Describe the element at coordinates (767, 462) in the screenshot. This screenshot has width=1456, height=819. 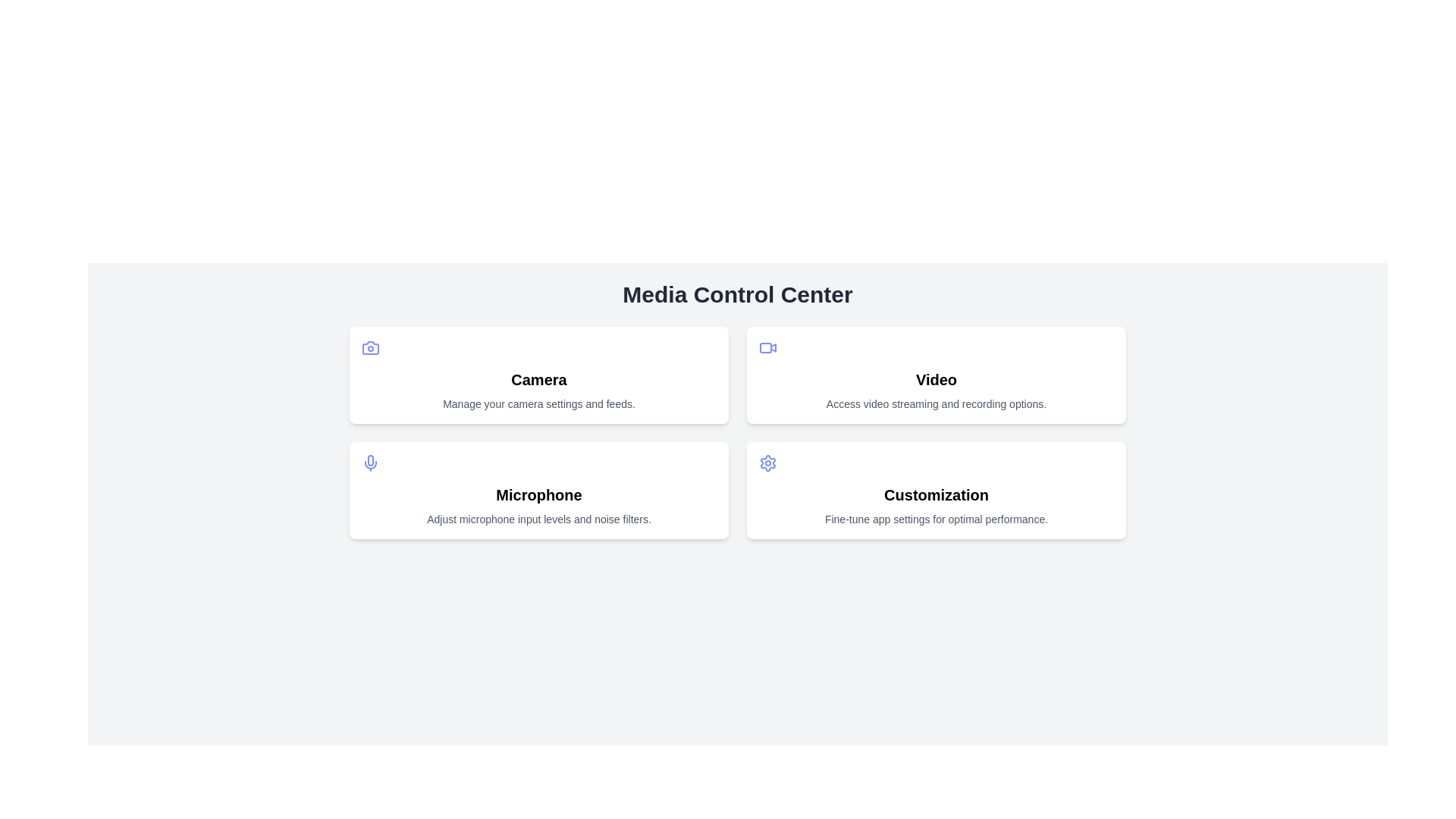
I see `the gear icon located in the top-right corner of the 'Customization' card` at that location.